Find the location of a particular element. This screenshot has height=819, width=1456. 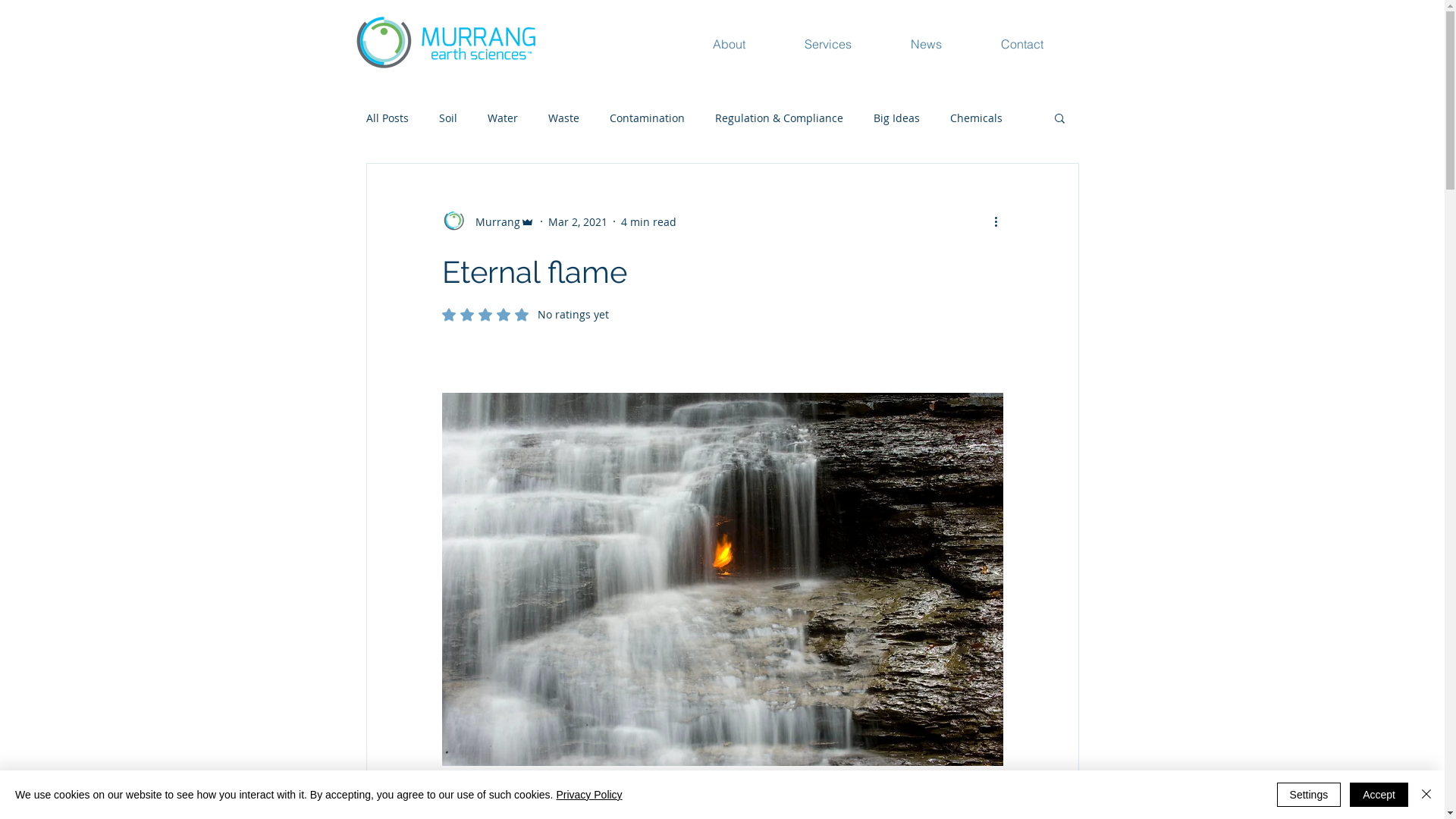

'Chemicals' is located at coordinates (975, 117).